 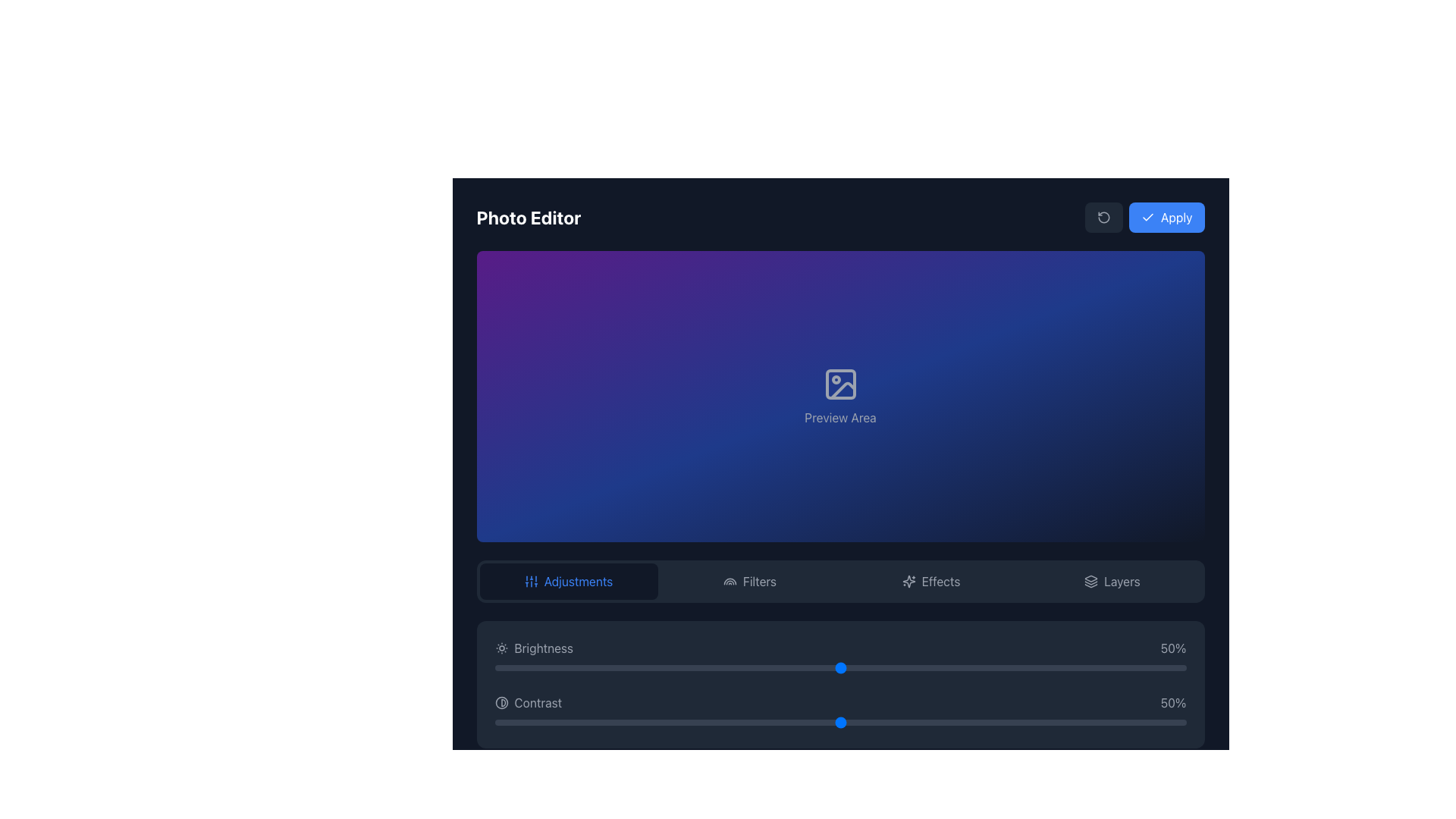 I want to click on the circular arrow icon in the top-right corner of the interface, so click(x=1103, y=217).